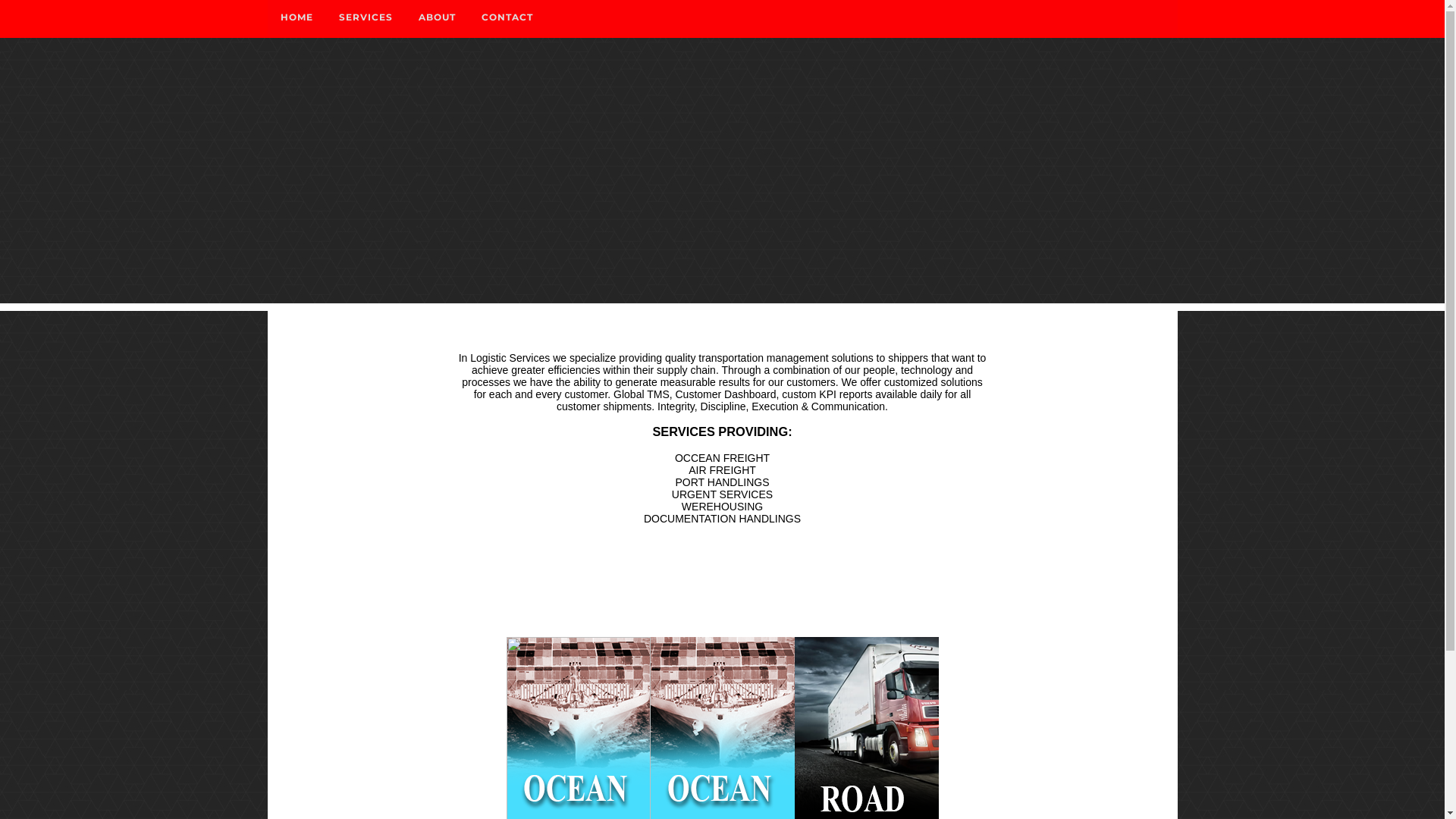  What do you see at coordinates (366, 17) in the screenshot?
I see `'SERVICES'` at bounding box center [366, 17].